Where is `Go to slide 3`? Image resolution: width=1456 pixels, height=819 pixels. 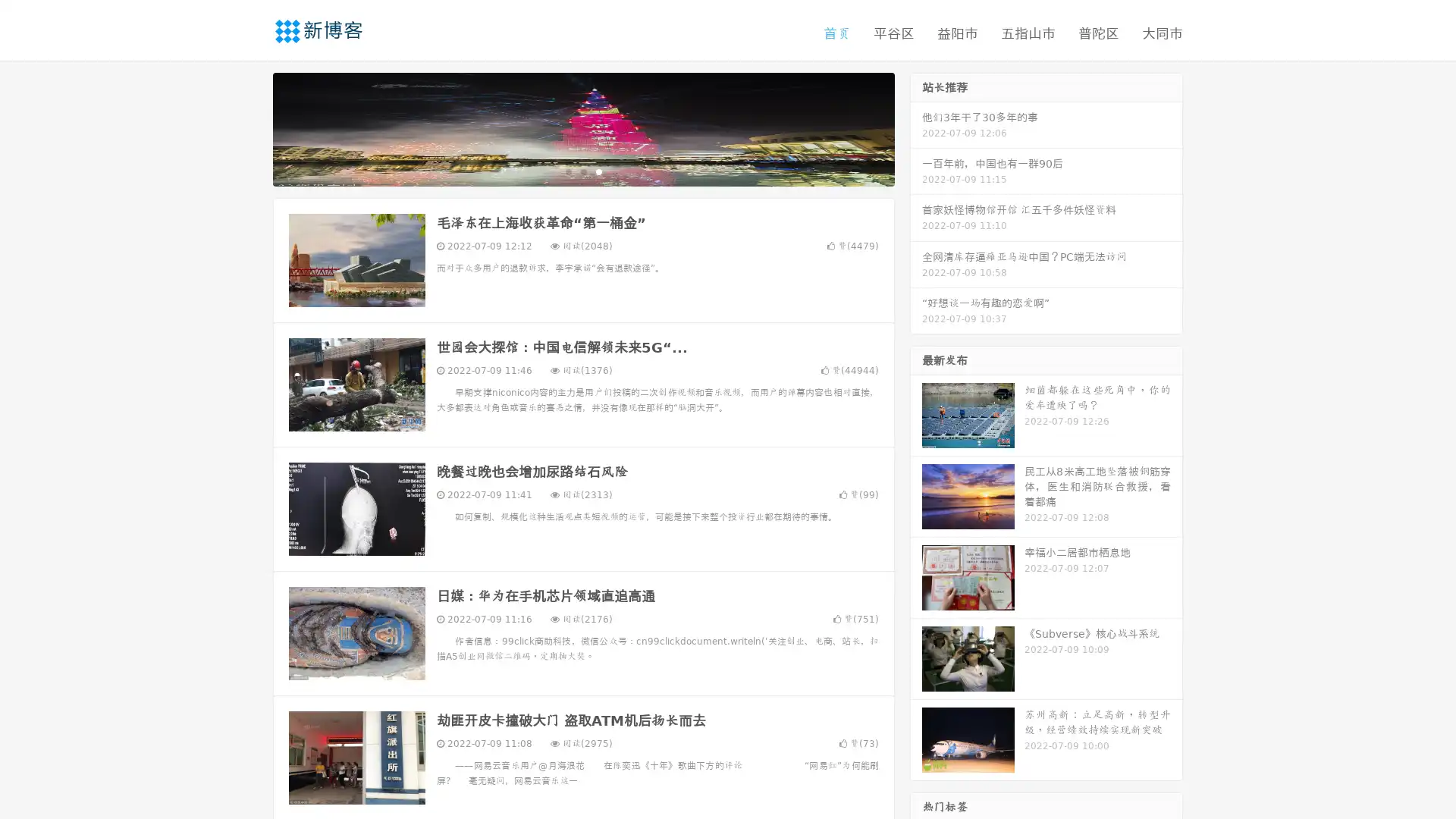
Go to slide 3 is located at coordinates (598, 171).